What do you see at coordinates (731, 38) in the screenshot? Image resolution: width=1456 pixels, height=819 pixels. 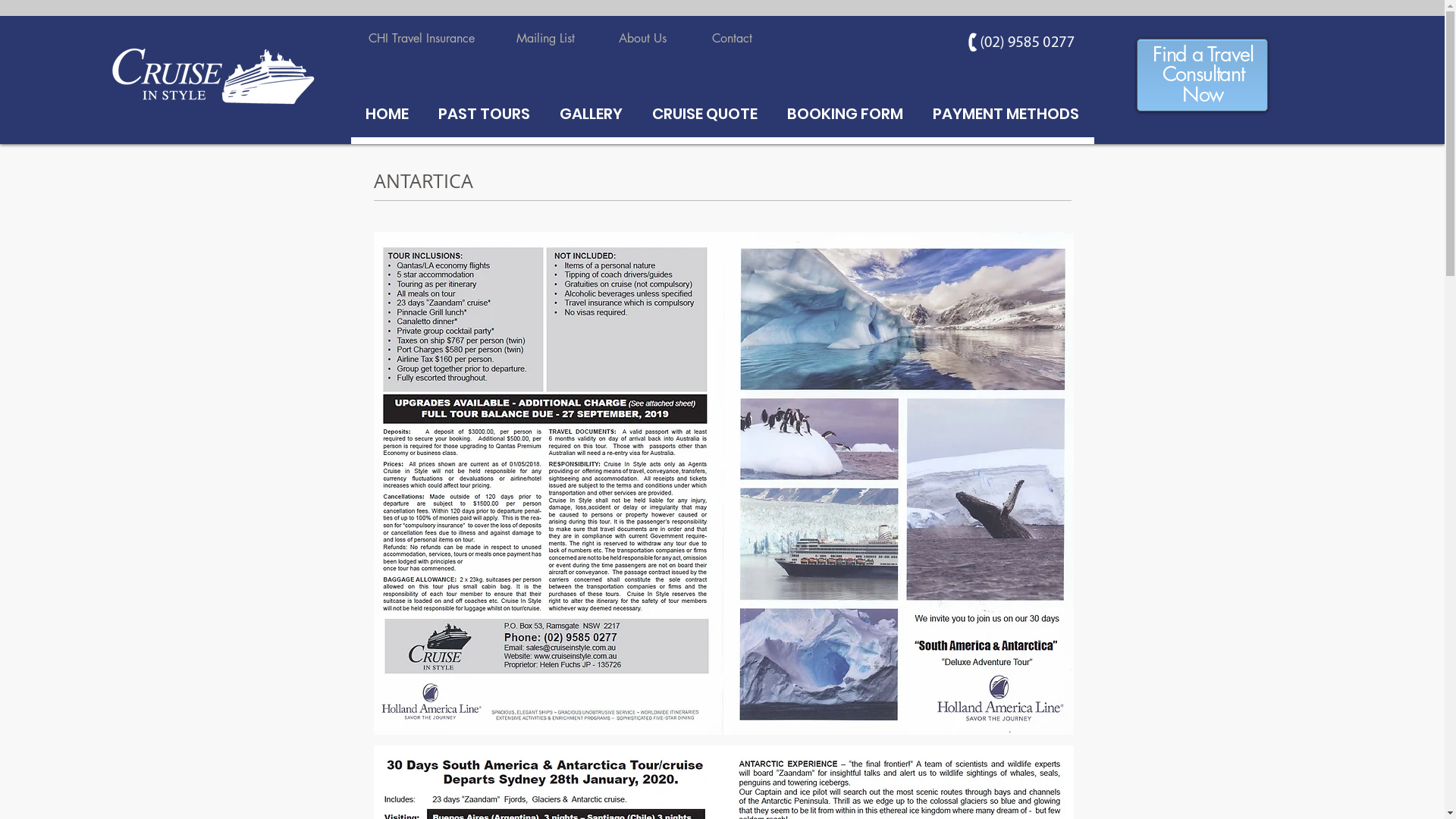 I see `'Contact'` at bounding box center [731, 38].